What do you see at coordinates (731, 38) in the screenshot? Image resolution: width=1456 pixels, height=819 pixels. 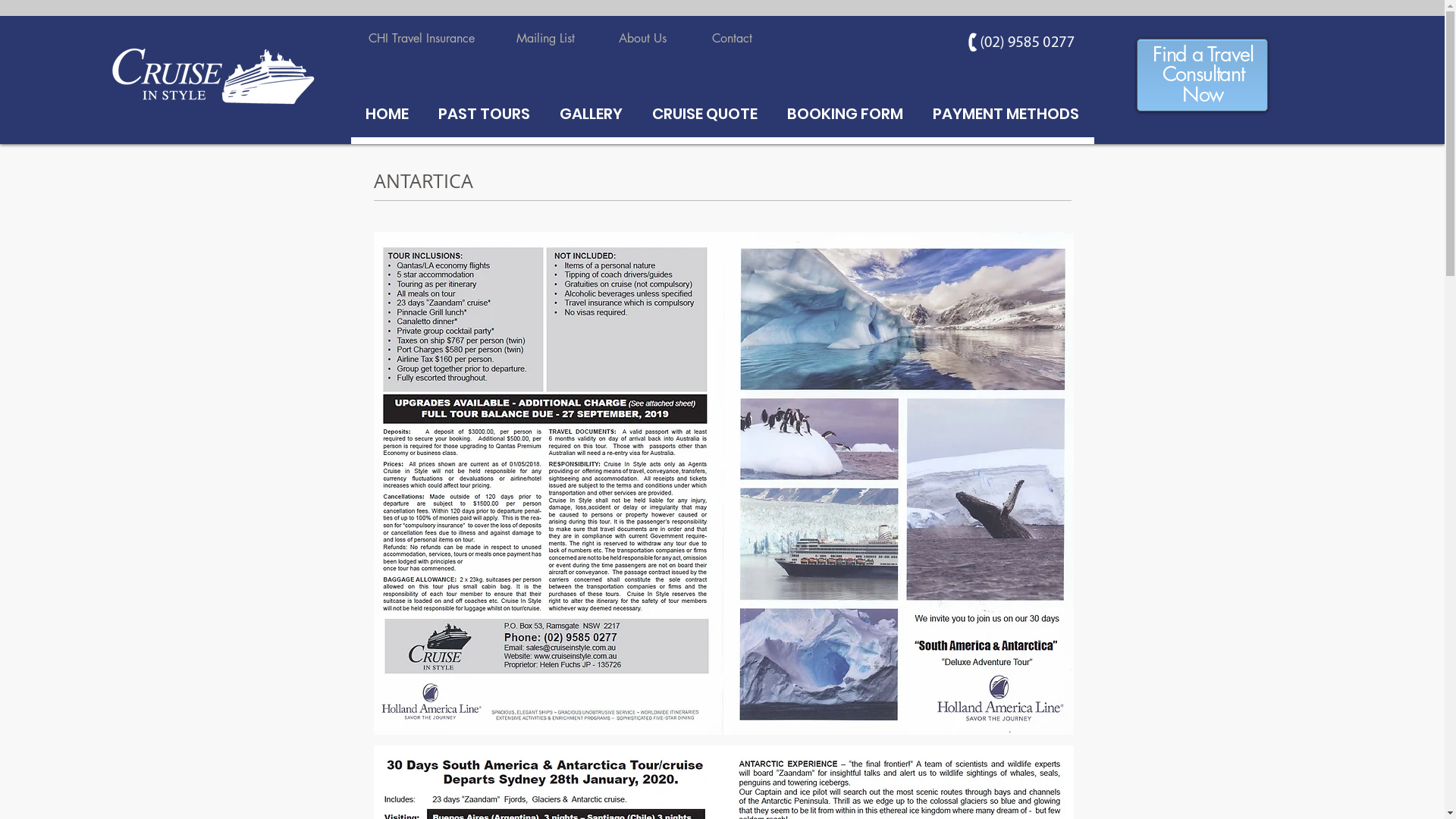 I see `'Contact'` at bounding box center [731, 38].